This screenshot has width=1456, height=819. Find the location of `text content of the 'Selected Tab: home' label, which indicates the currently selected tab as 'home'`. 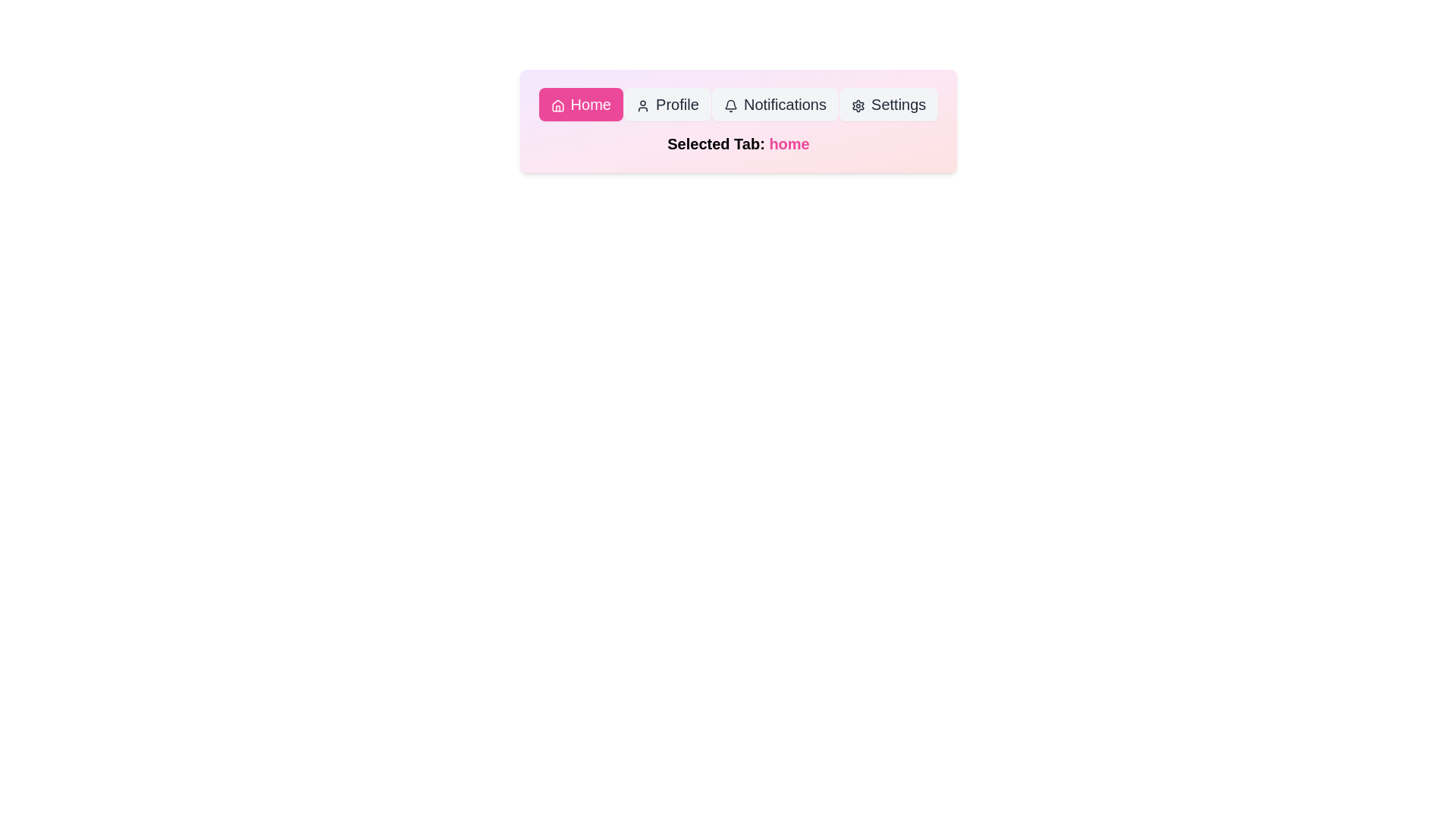

text content of the 'Selected Tab: home' label, which indicates the currently selected tab as 'home' is located at coordinates (789, 143).